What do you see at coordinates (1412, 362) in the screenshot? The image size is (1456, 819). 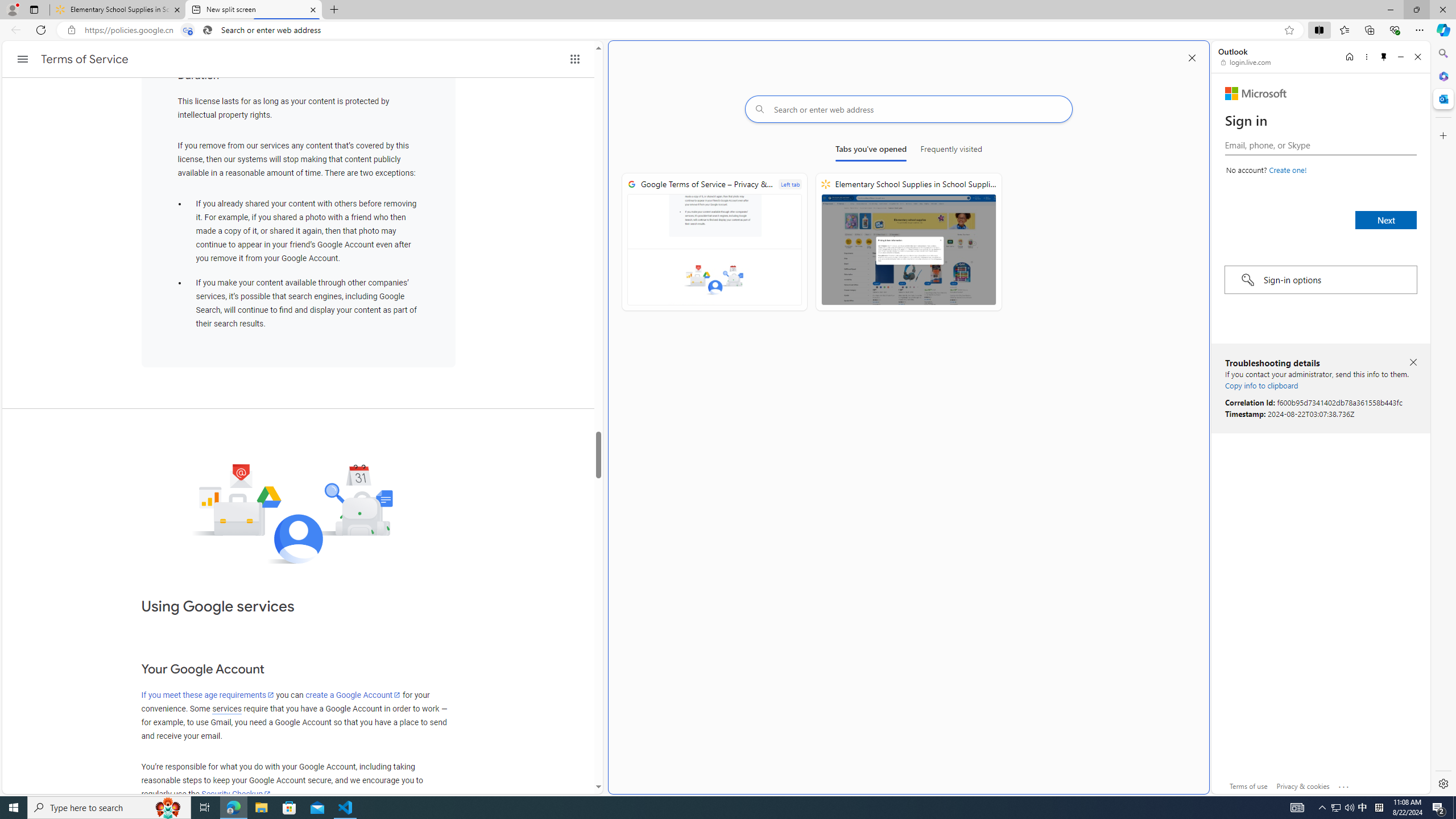 I see `'Close troubleshooting details'` at bounding box center [1412, 362].